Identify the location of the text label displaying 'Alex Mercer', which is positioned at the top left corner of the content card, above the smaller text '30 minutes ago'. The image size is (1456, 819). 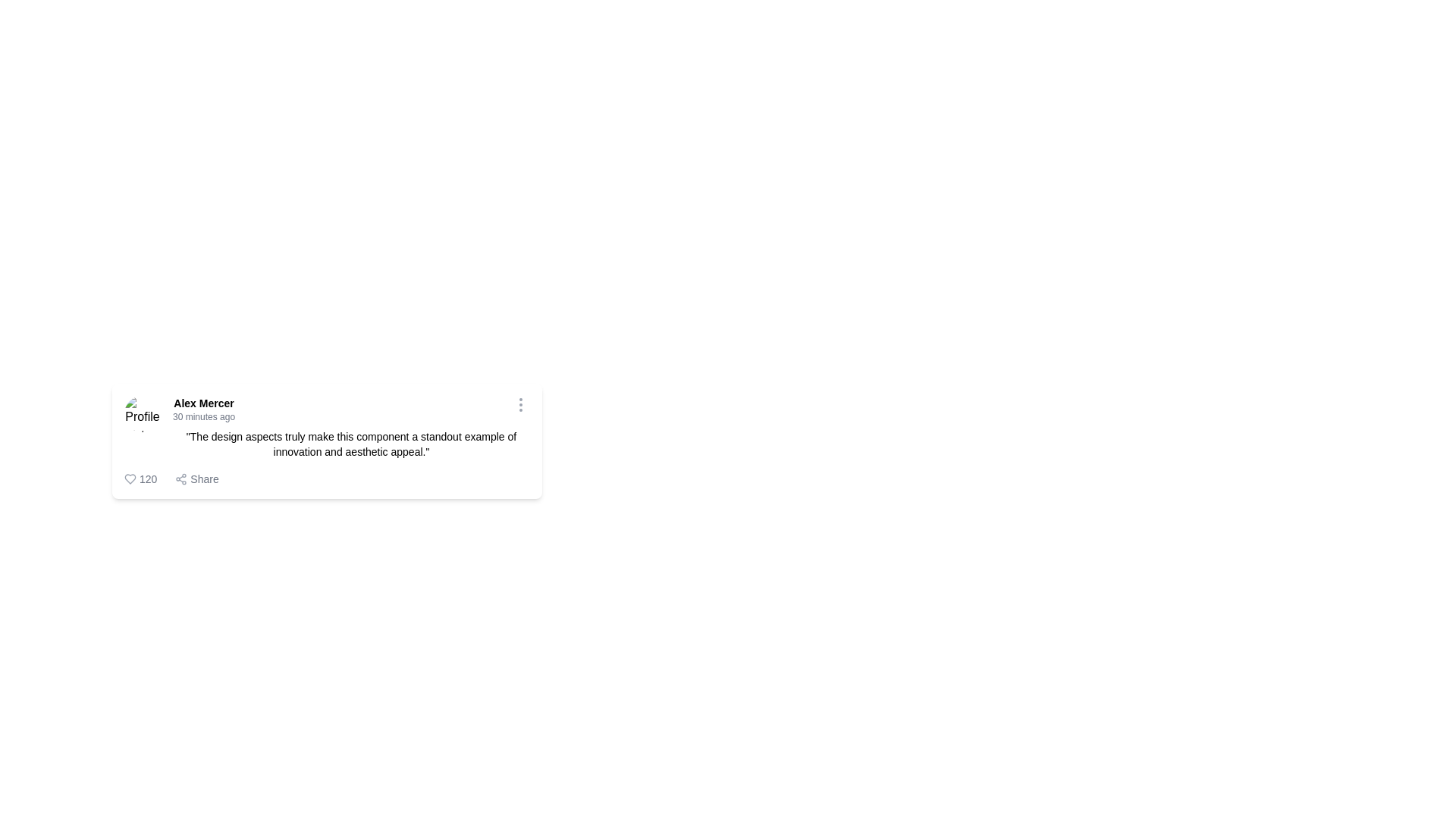
(202, 403).